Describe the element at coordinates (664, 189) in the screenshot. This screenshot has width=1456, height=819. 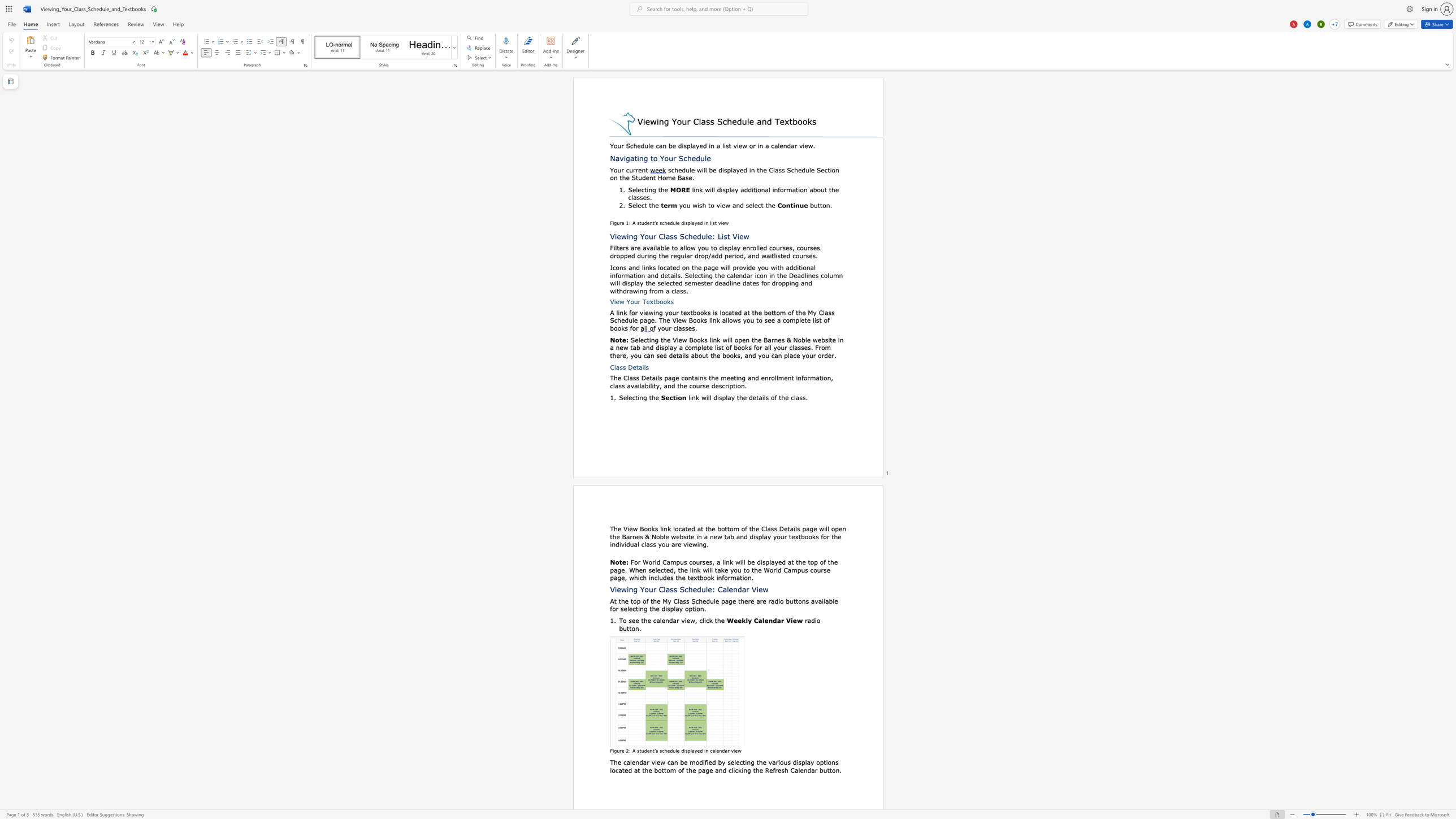
I see `the space between the continuous character "h" and "e" in the text` at that location.